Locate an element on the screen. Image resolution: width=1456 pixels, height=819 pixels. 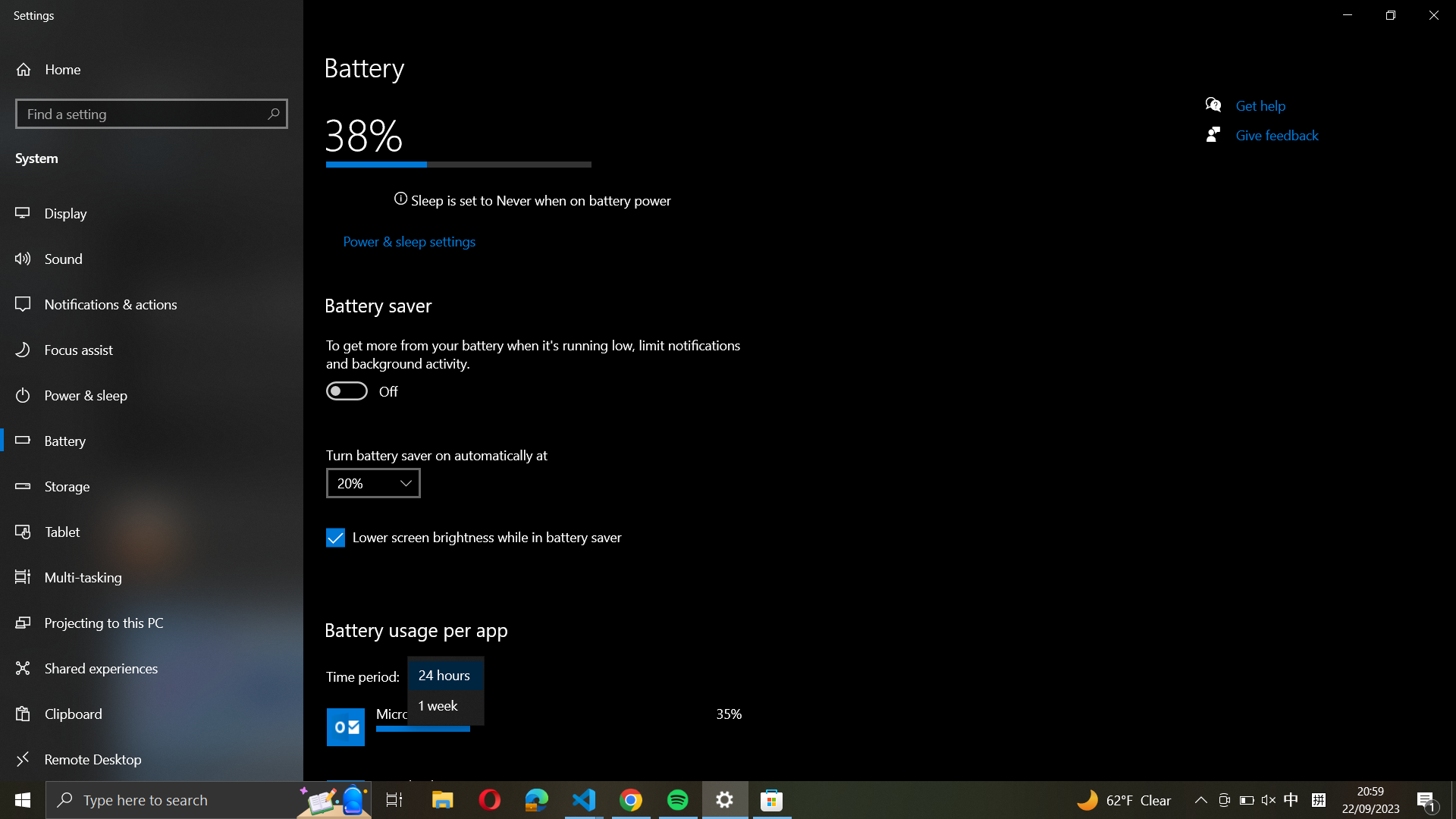
the Storage settings from the panel on the left is located at coordinates (153, 488).